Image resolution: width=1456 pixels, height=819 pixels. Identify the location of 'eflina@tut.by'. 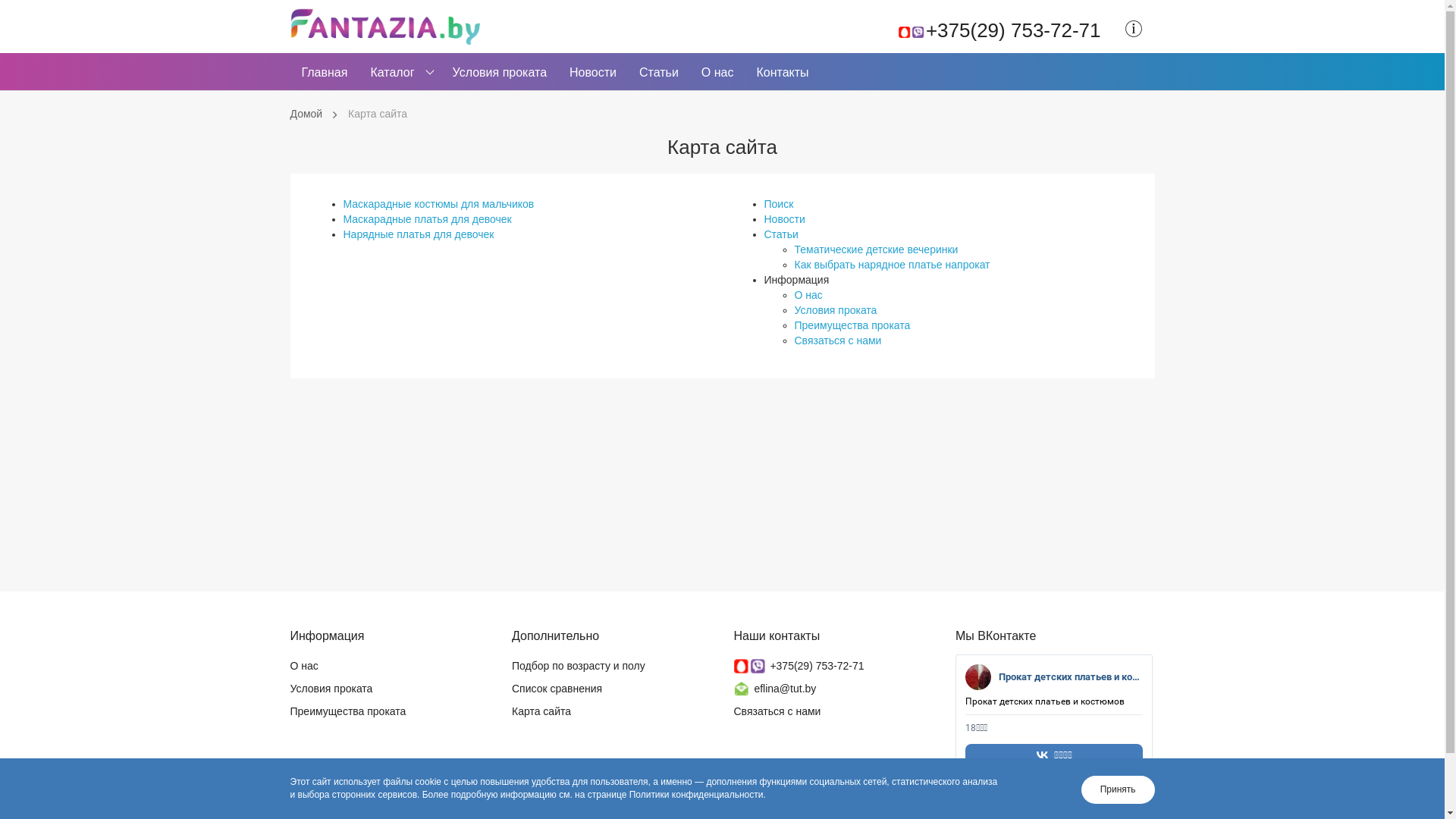
(775, 688).